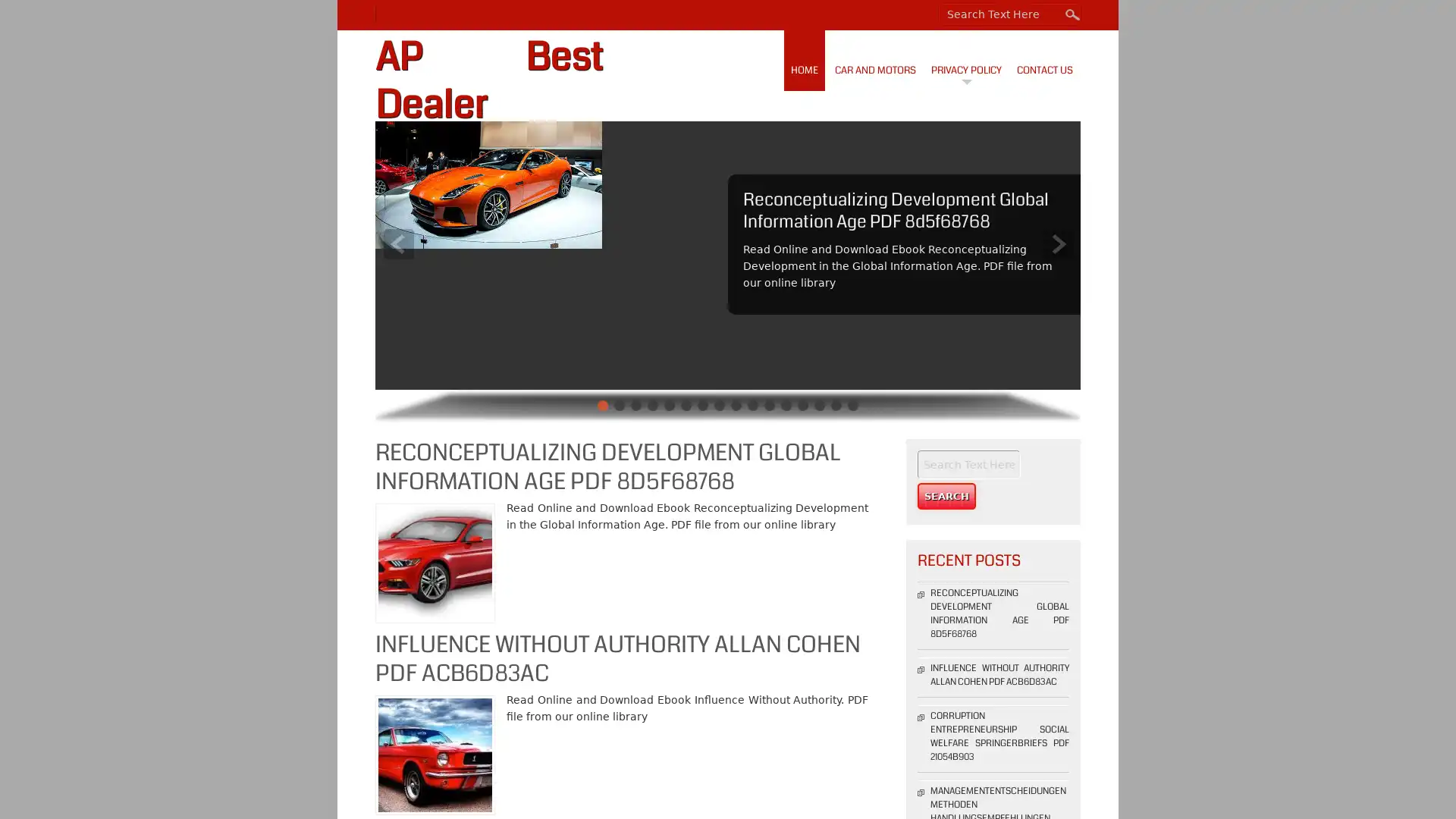  What do you see at coordinates (946, 496) in the screenshot?
I see `Search` at bounding box center [946, 496].